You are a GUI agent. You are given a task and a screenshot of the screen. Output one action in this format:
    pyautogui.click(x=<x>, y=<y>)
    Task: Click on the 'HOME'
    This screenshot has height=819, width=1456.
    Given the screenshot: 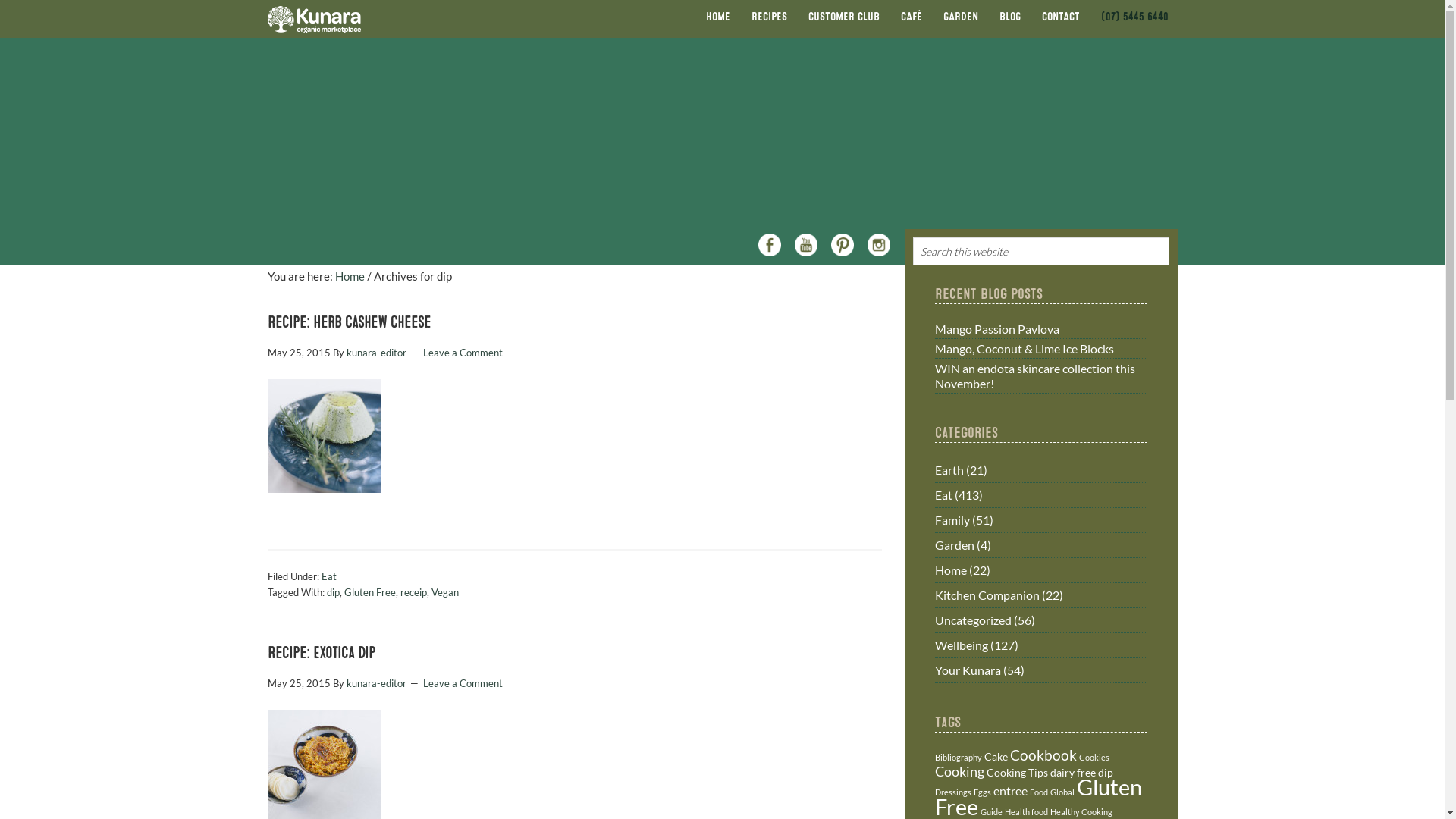 What is the action you would take?
    pyautogui.click(x=716, y=17)
    